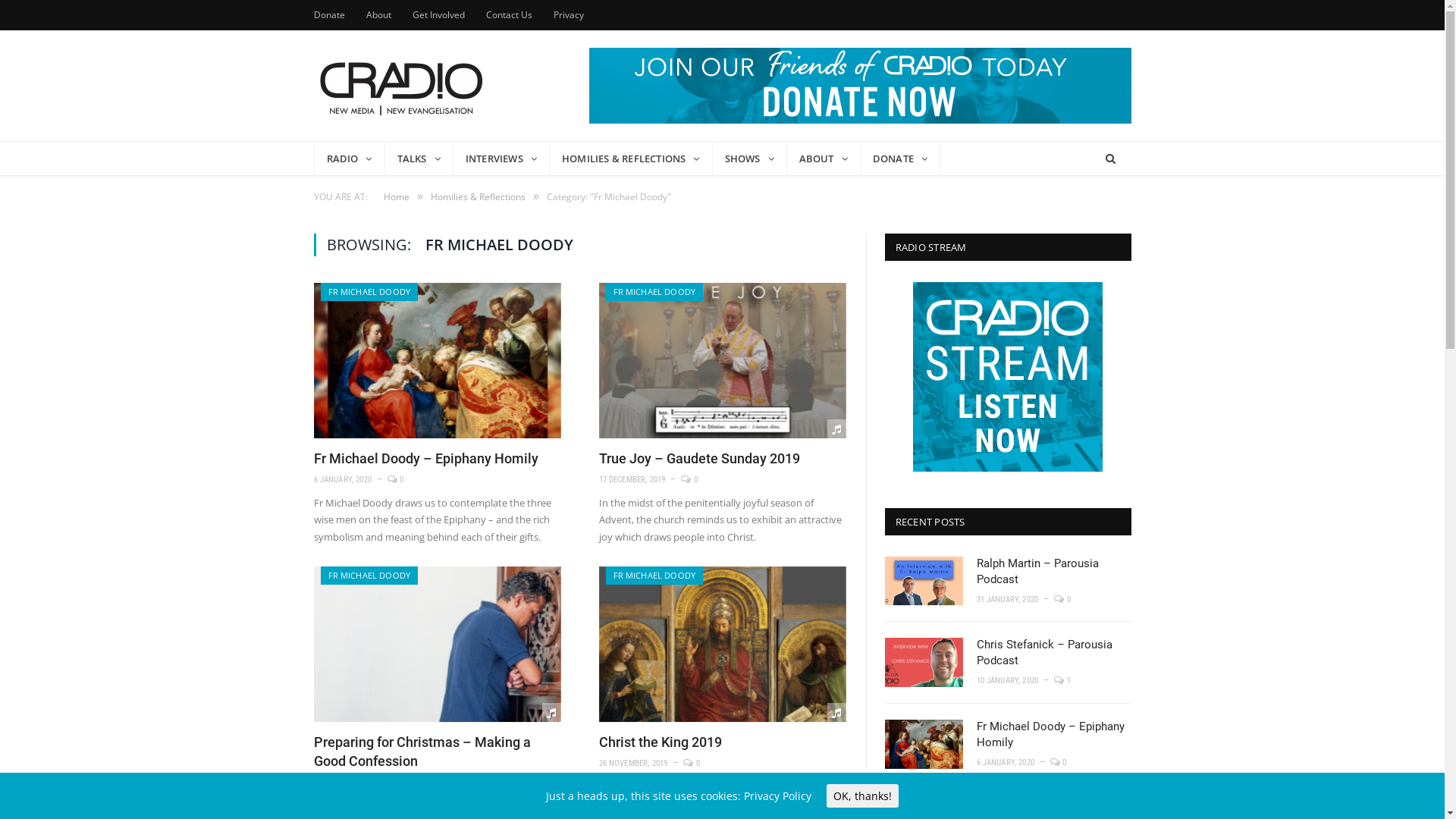 Image resolution: width=1456 pixels, height=819 pixels. What do you see at coordinates (328, 14) in the screenshot?
I see `'Donate'` at bounding box center [328, 14].